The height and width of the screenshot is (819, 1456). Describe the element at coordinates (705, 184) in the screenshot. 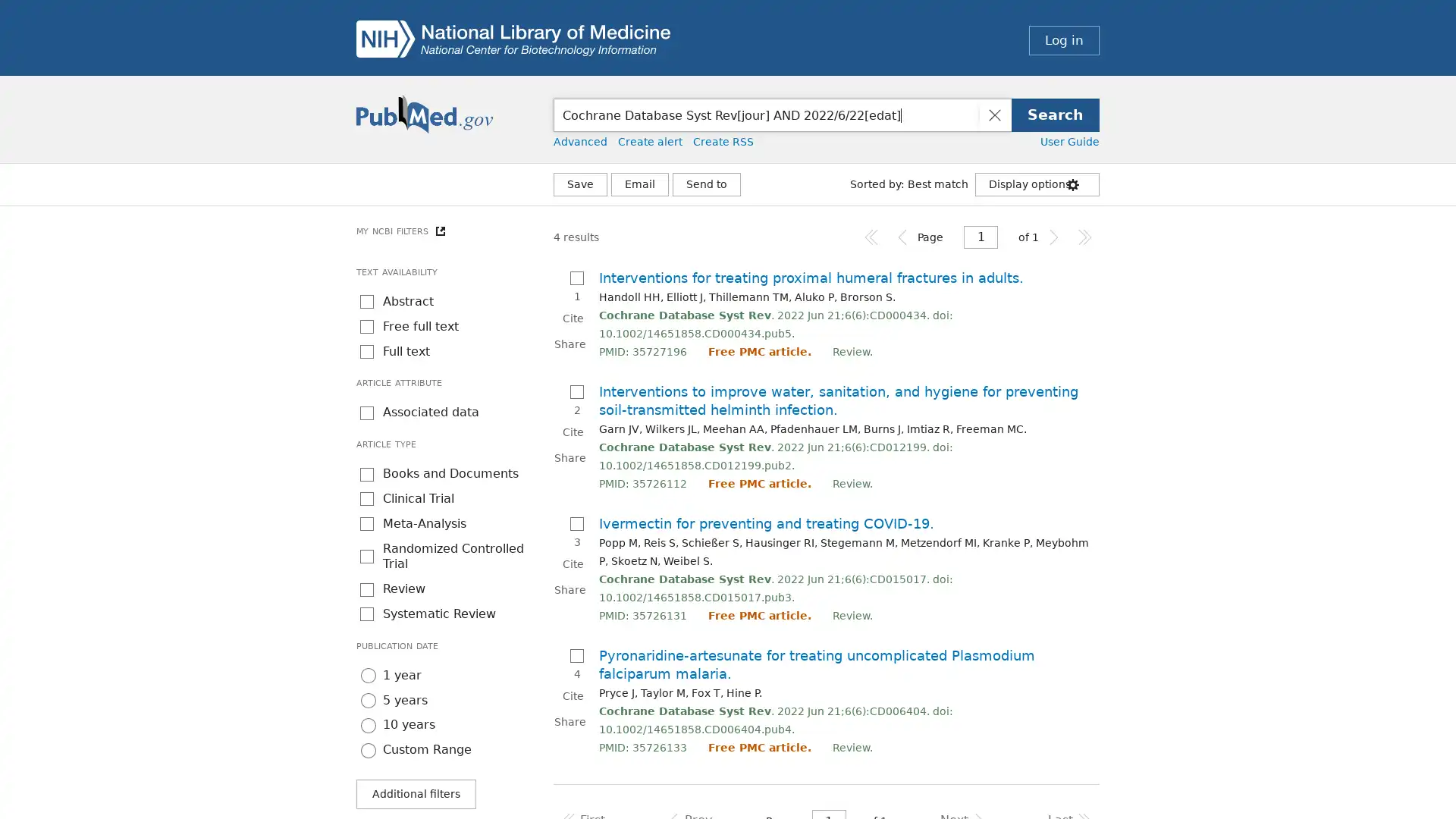

I see `More Actions` at that location.